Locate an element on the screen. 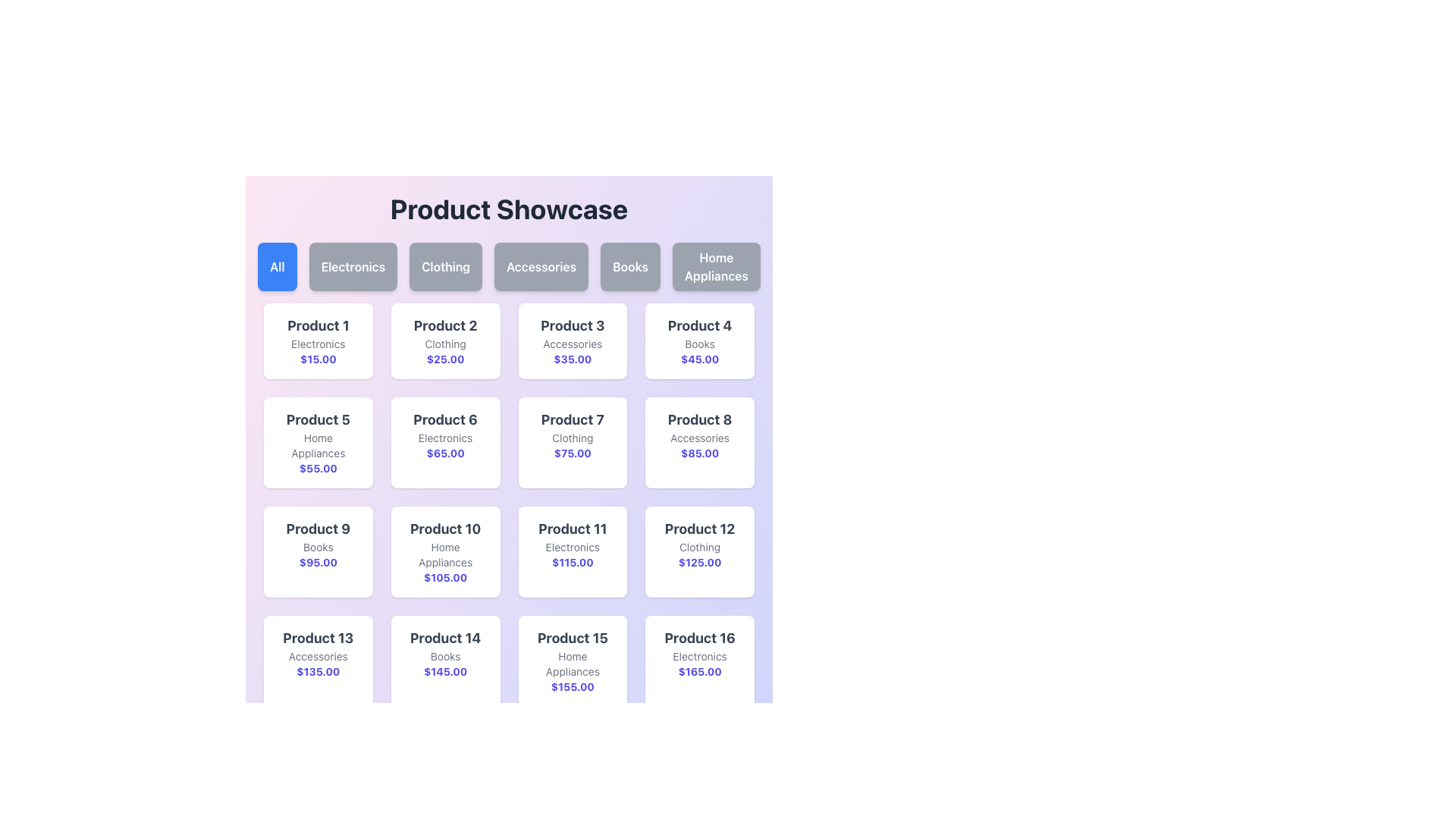  the bold, dark gray text label that displays 'Product 12', located at the top of the product information card is located at coordinates (699, 529).